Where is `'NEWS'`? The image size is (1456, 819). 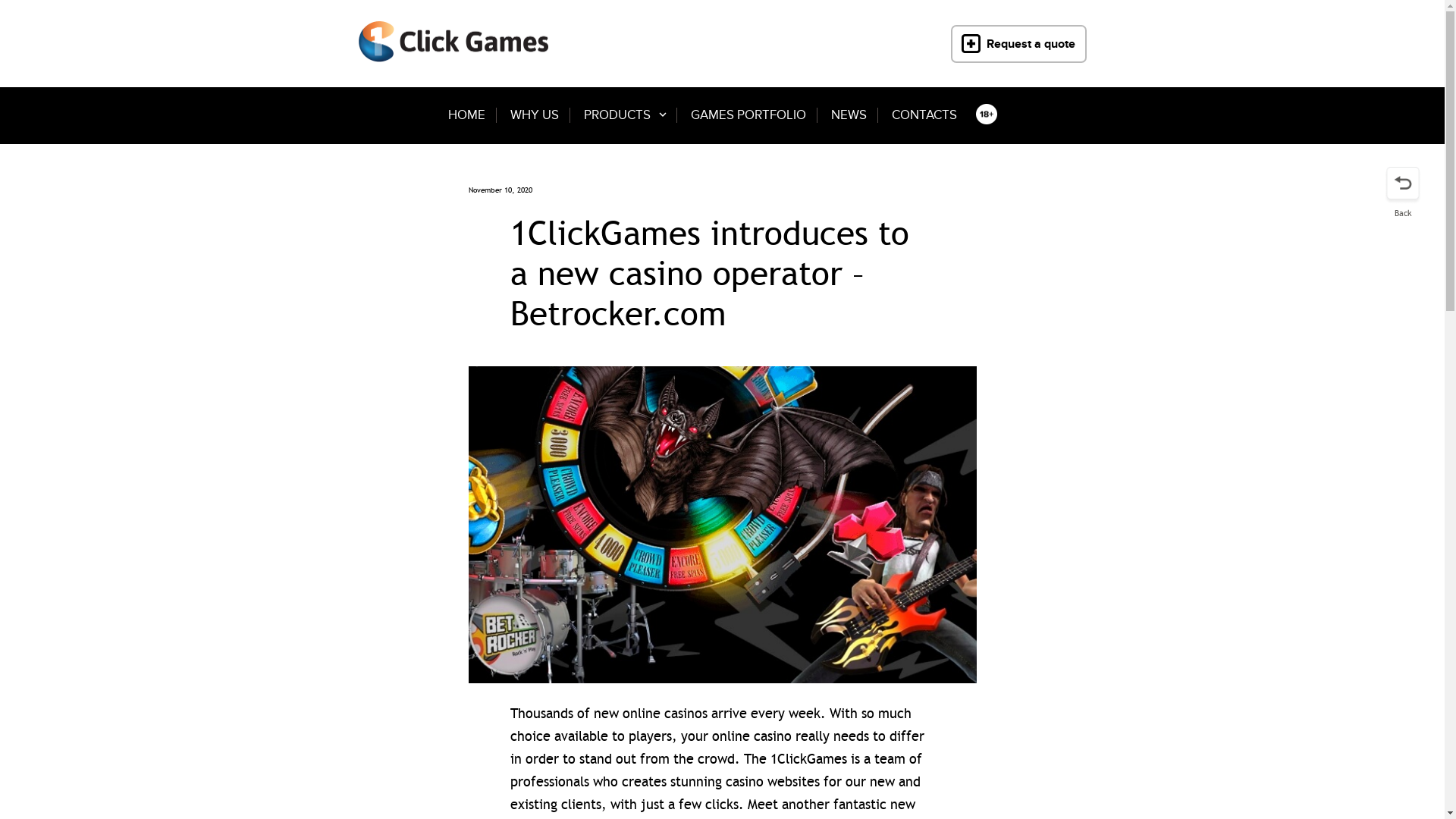 'NEWS' is located at coordinates (848, 115).